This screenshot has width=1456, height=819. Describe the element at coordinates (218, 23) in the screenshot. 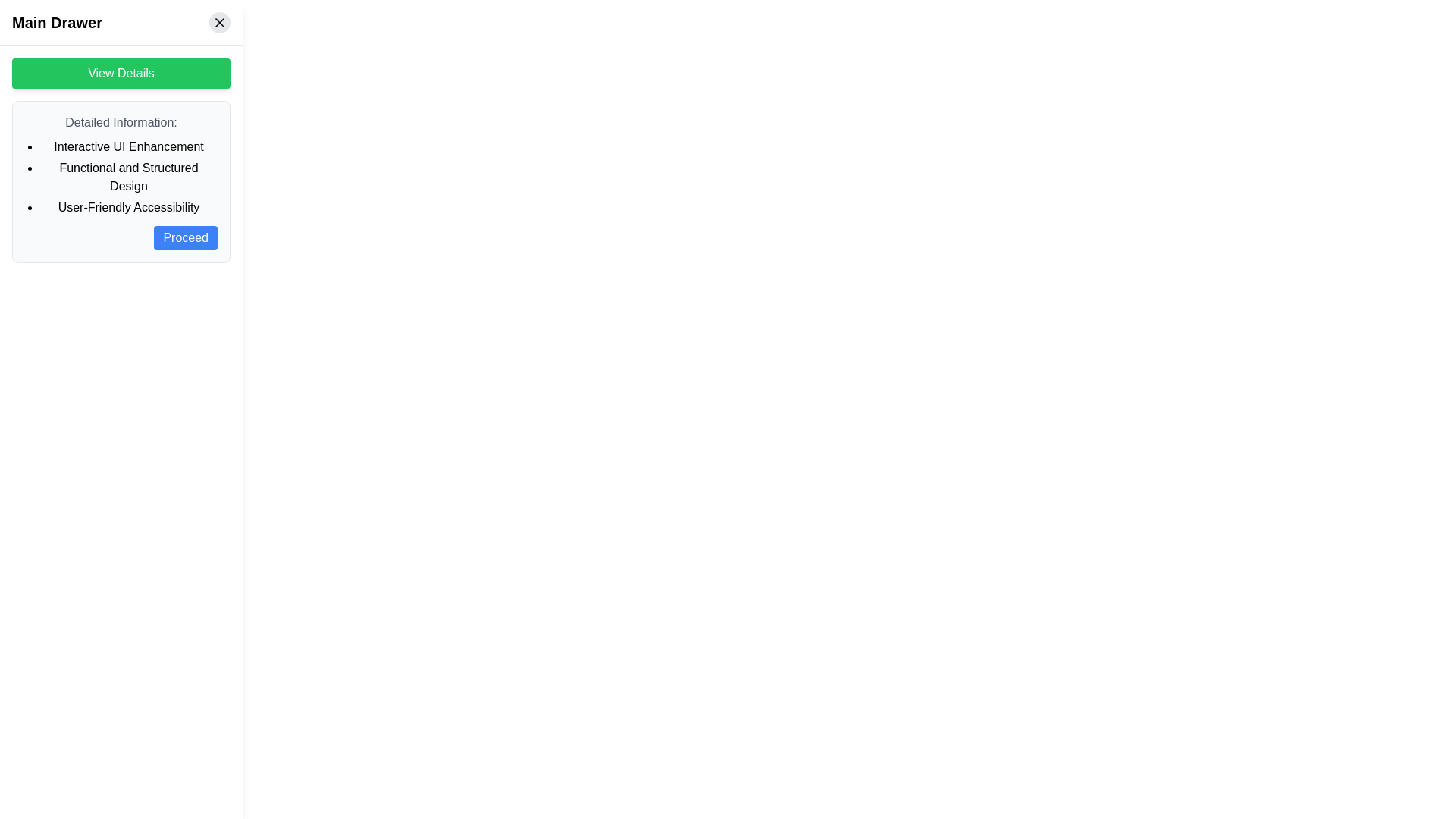

I see `the close SVG icon located at the top-right corner of the interface` at that location.